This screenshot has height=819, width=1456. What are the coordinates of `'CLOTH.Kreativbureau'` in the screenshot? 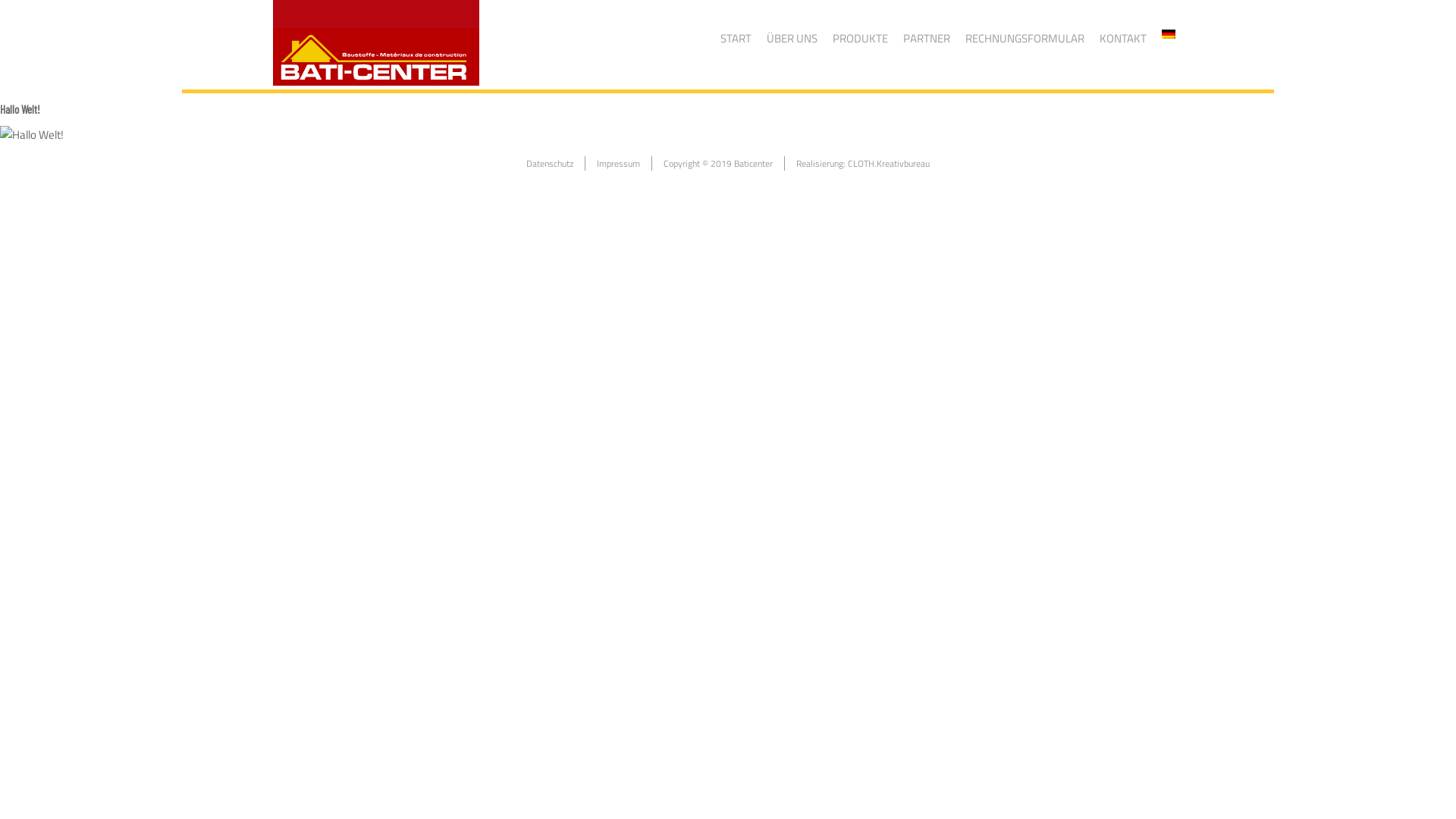 It's located at (888, 163).